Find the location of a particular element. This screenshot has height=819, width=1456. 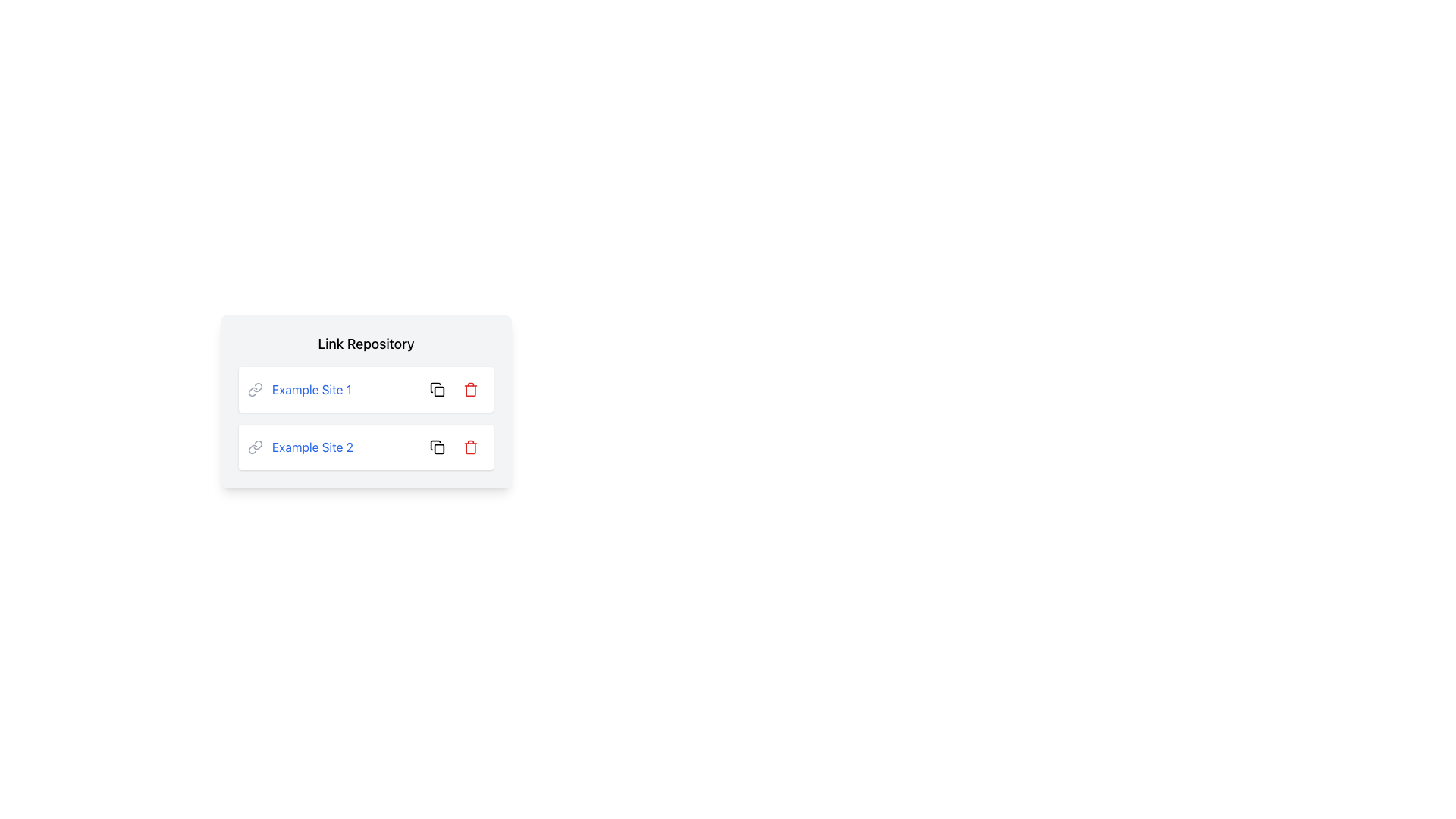

the copy button, which is an icon resembling two overlapping rectangular shapes, located to the right of the 'Example Site 2' text label is located at coordinates (436, 388).